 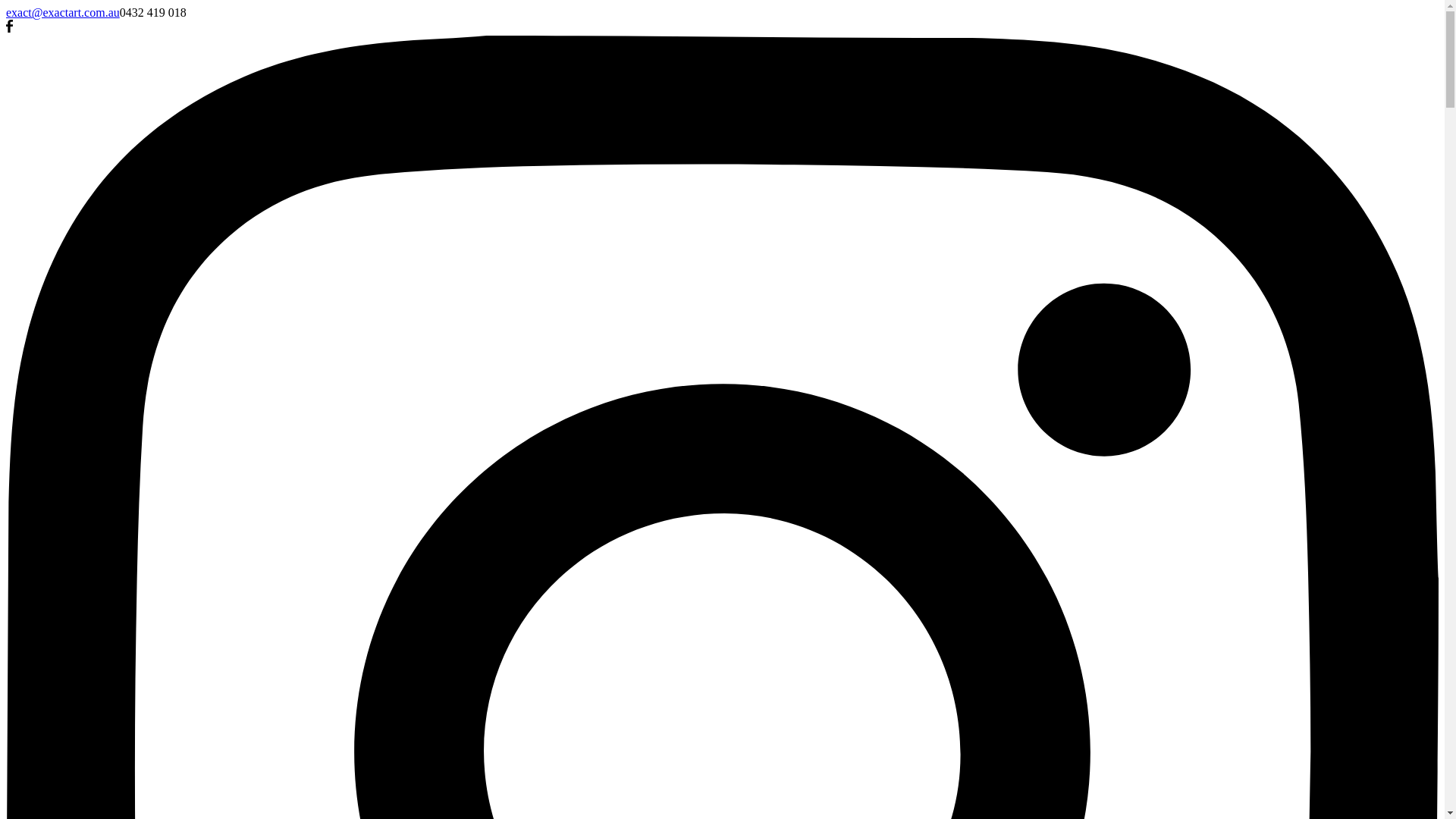 I want to click on 'A link to this website's Facebook.', so click(x=9, y=28).